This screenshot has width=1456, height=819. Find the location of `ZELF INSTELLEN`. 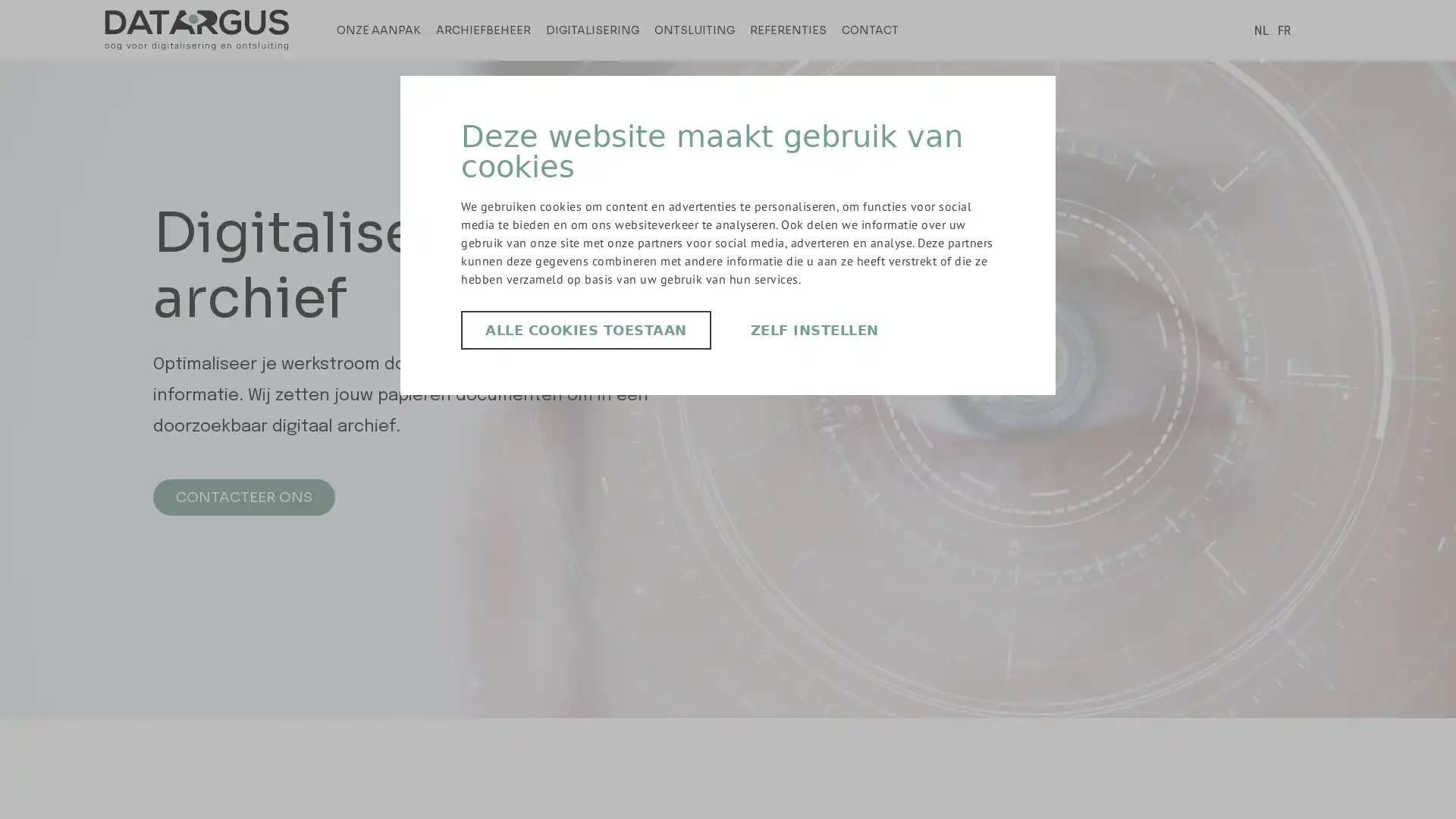

ZELF INSTELLEN is located at coordinates (813, 329).